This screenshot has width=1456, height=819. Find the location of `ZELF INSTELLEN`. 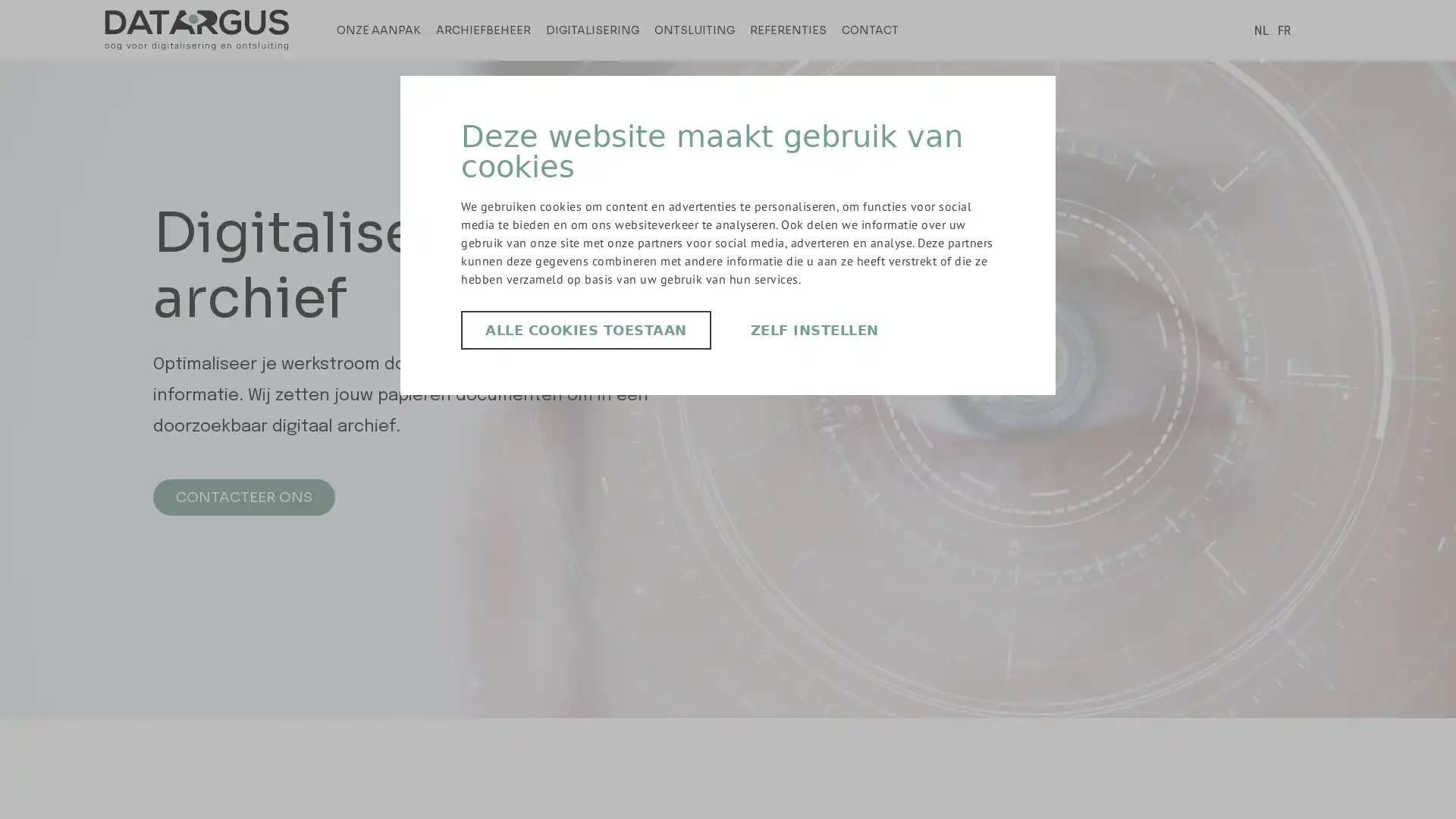

ZELF INSTELLEN is located at coordinates (813, 329).